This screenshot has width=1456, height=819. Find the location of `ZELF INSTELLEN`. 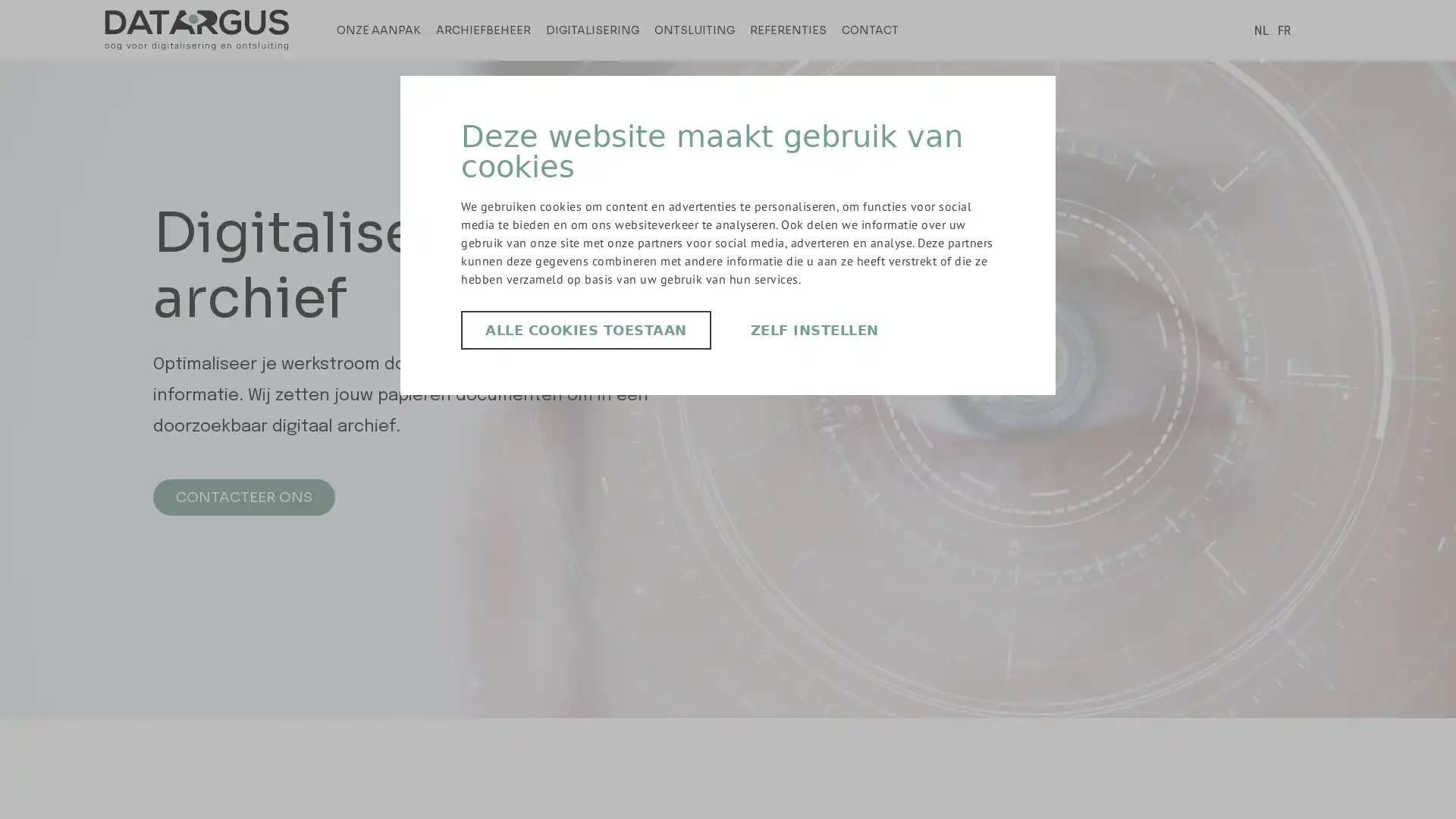

ZELF INSTELLEN is located at coordinates (813, 329).